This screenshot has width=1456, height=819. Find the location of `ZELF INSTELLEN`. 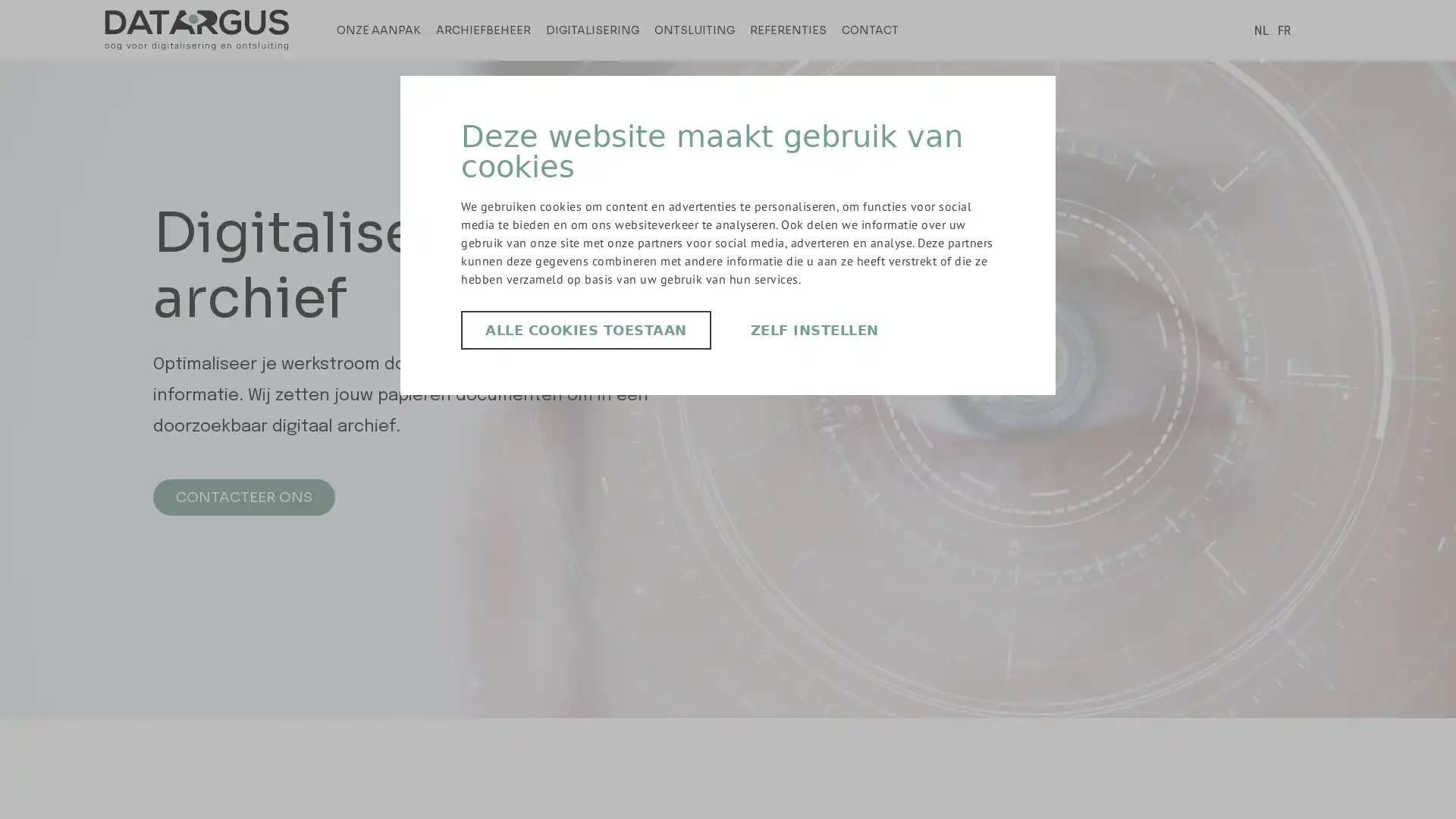

ZELF INSTELLEN is located at coordinates (813, 329).